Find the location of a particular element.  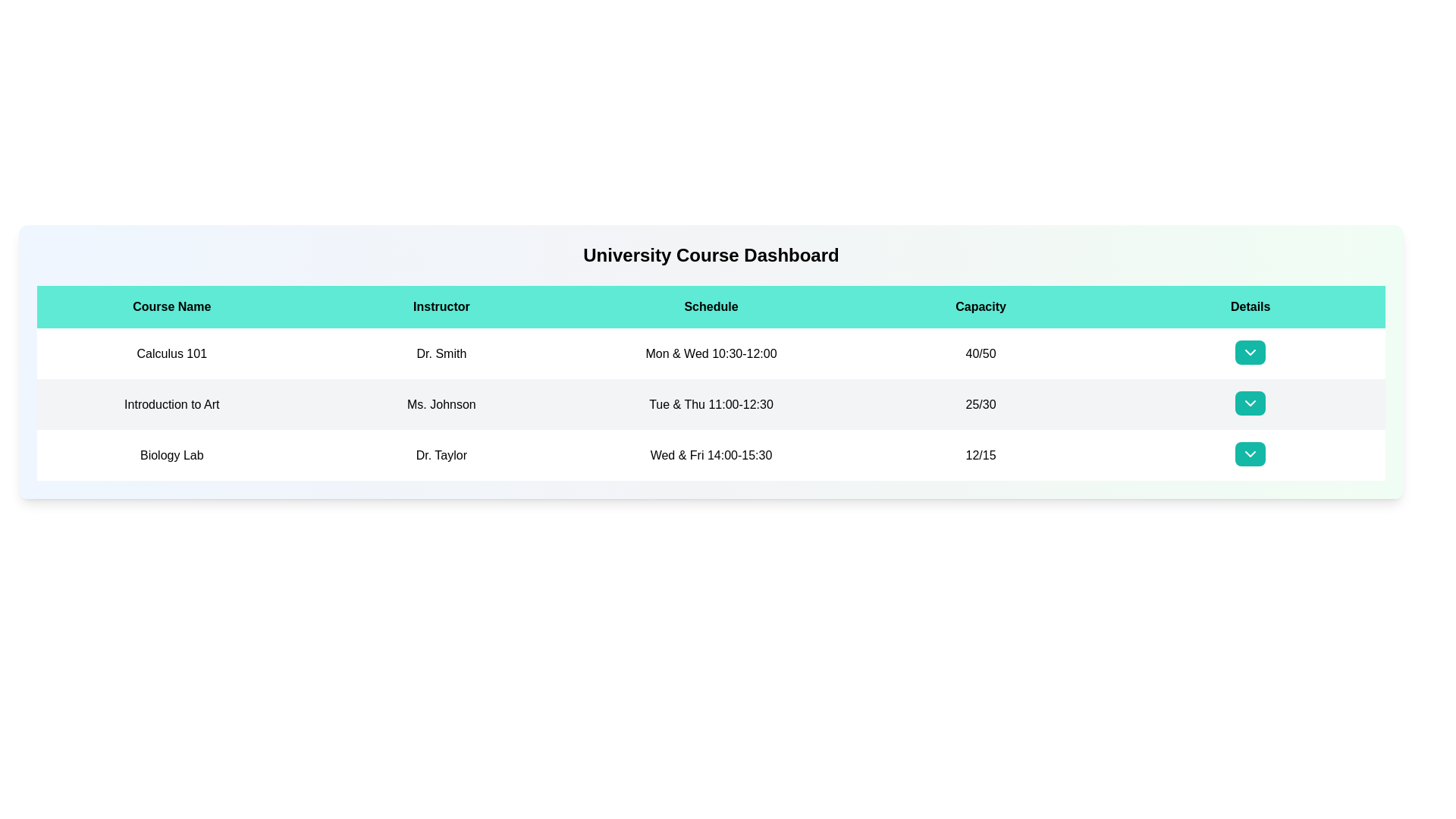

the teal rectangular button with a downward-pointing chevron icon in the 'Details' column of the 'Biology Lab' entry, located in the fifth column of the third row is located at coordinates (1250, 454).